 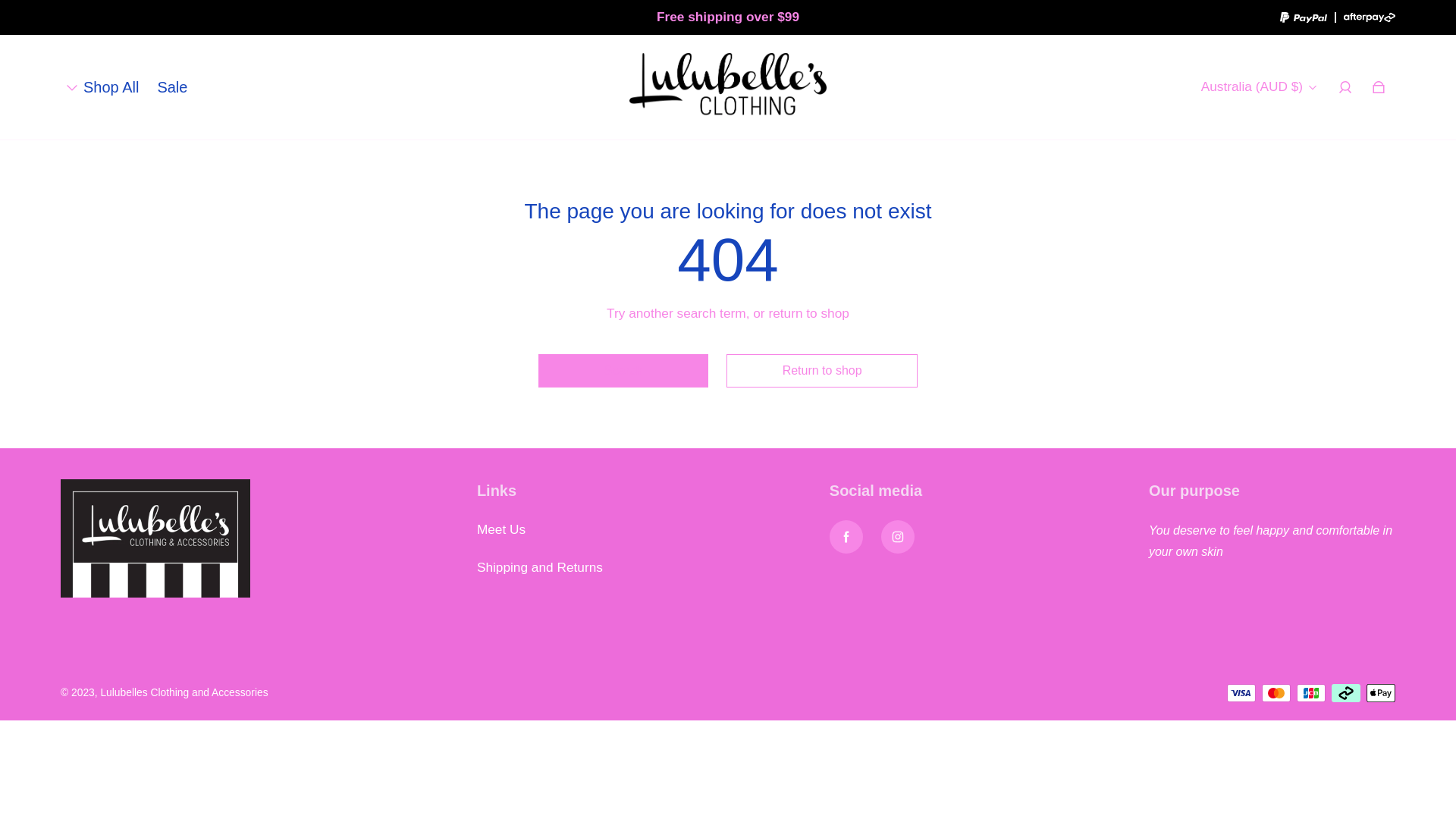 I want to click on 'Australia (AUD $)', so click(x=1259, y=87).